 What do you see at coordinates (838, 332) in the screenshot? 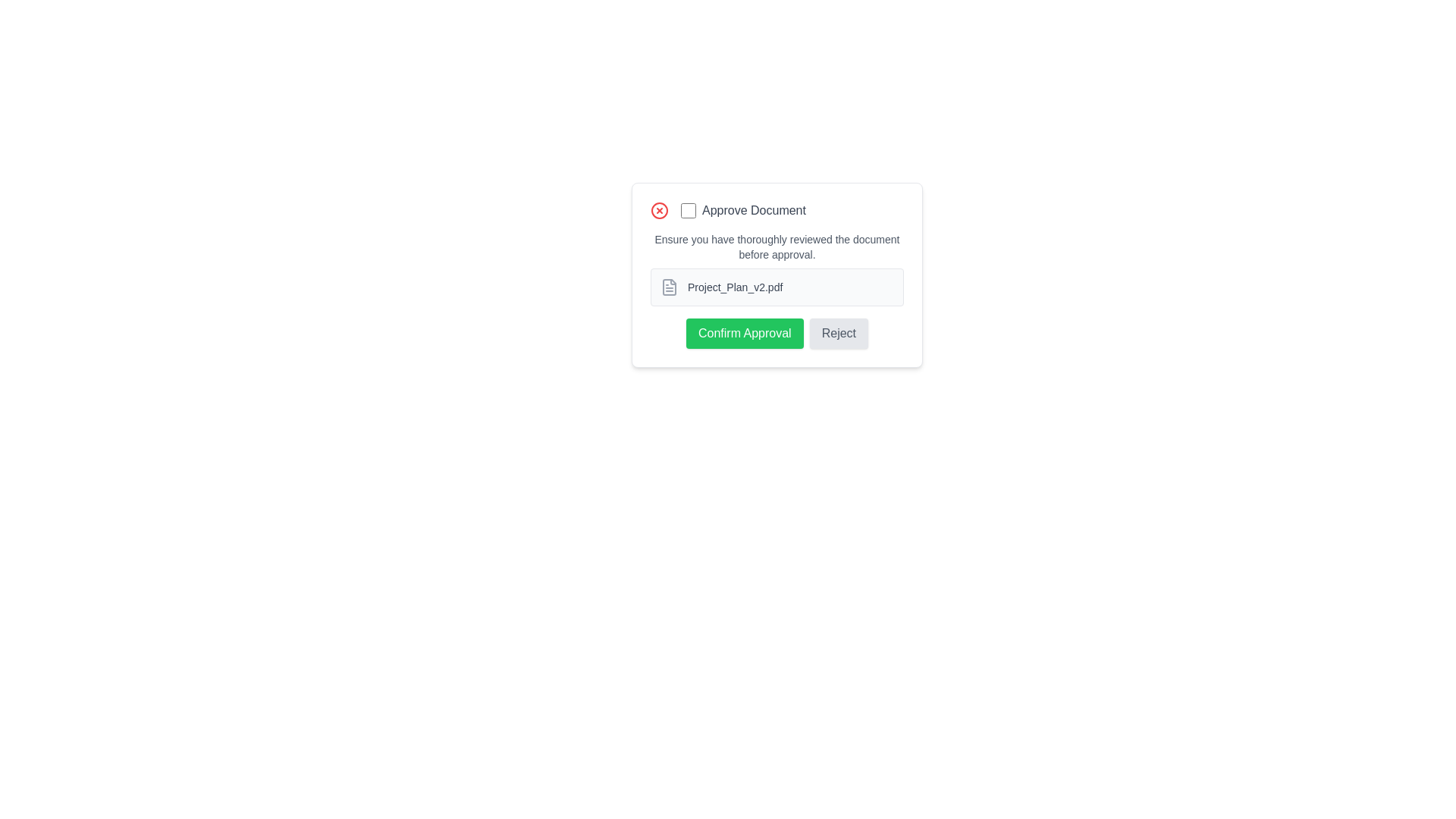
I see `the 'Reject' button located to the immediate right of the 'Confirm Approval' button` at bounding box center [838, 332].